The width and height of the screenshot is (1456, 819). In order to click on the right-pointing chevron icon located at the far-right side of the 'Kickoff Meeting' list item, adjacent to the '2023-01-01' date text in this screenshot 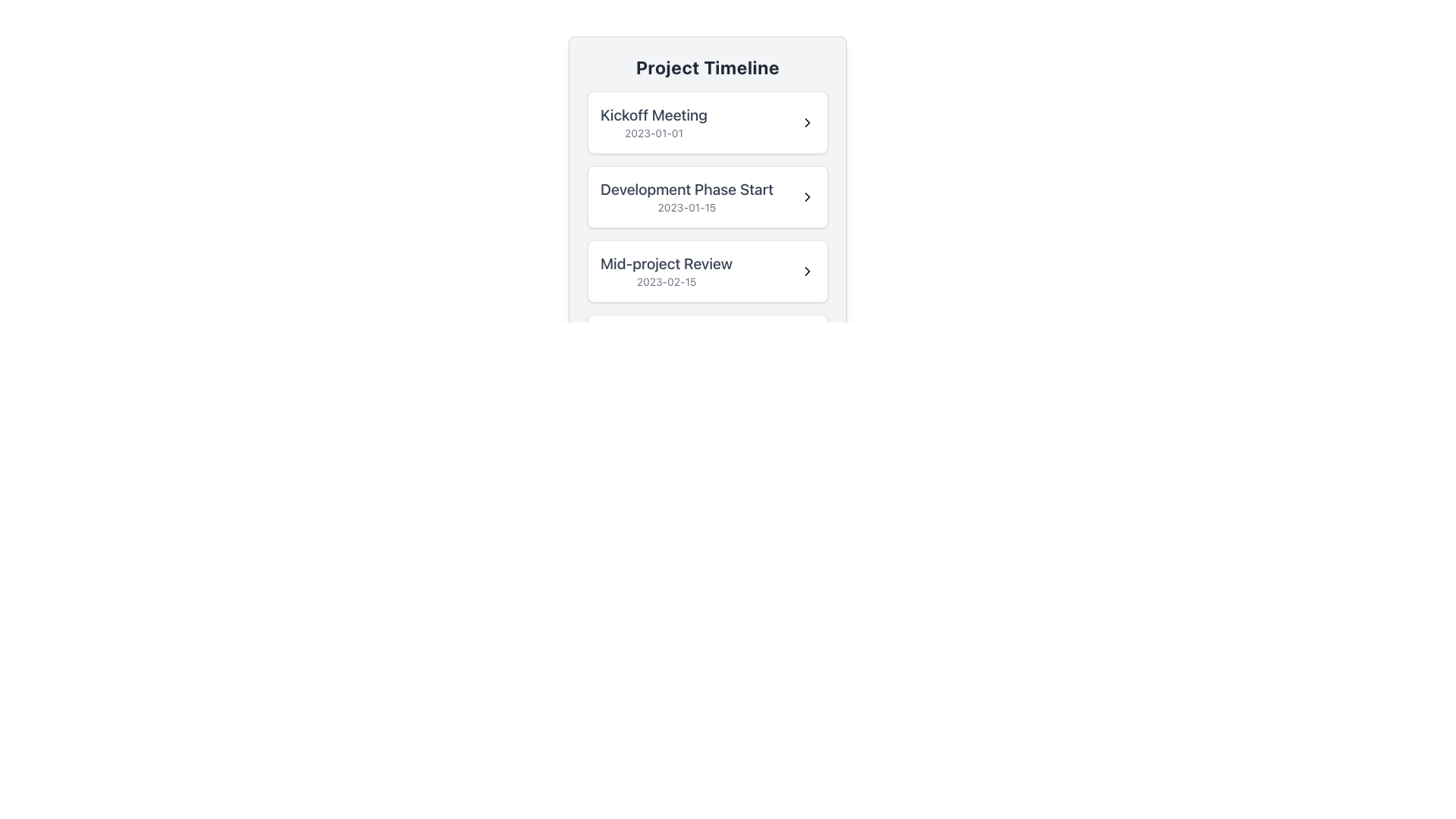, I will do `click(807, 122)`.